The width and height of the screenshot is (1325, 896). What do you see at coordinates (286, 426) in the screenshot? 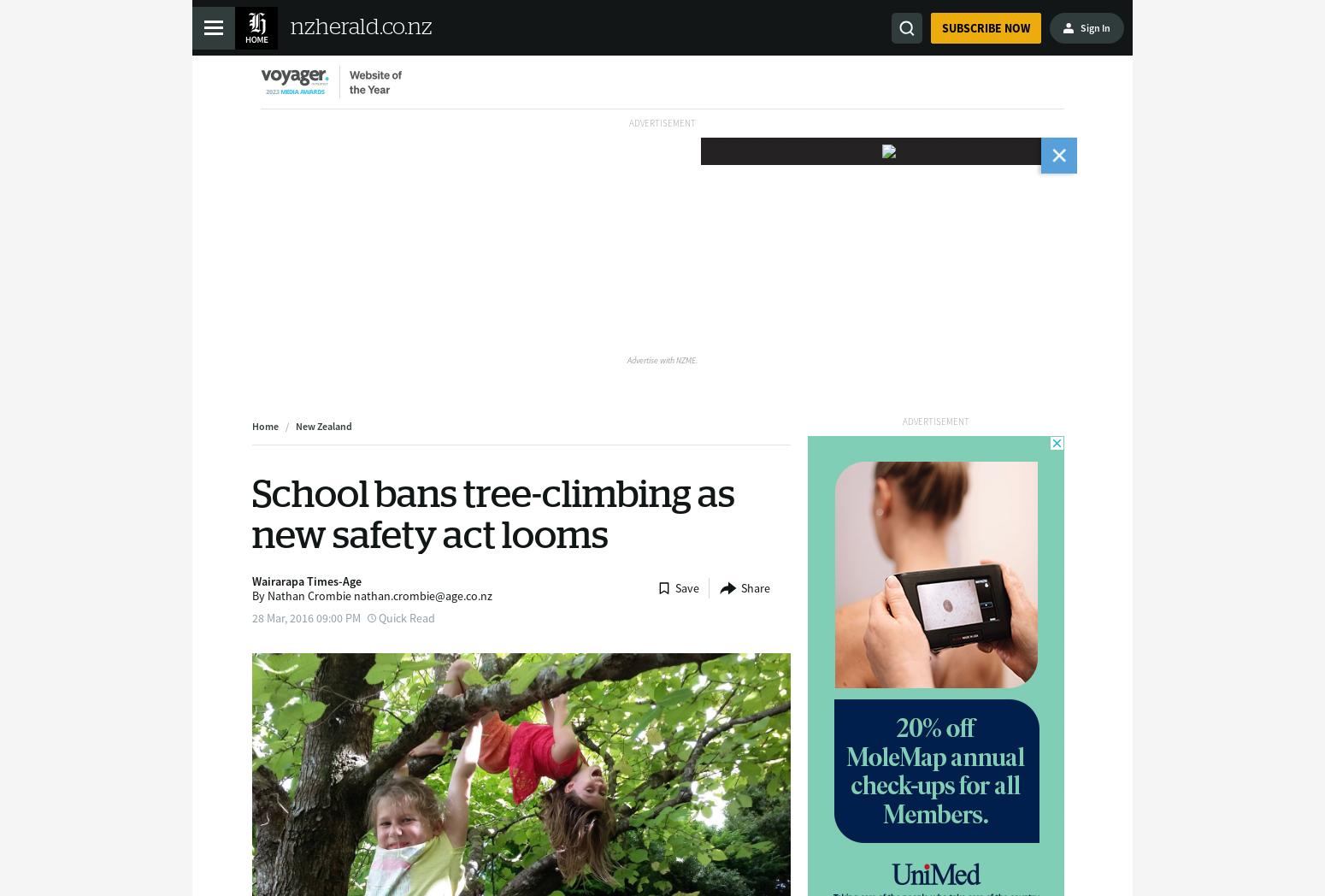
I see `'/'` at bounding box center [286, 426].